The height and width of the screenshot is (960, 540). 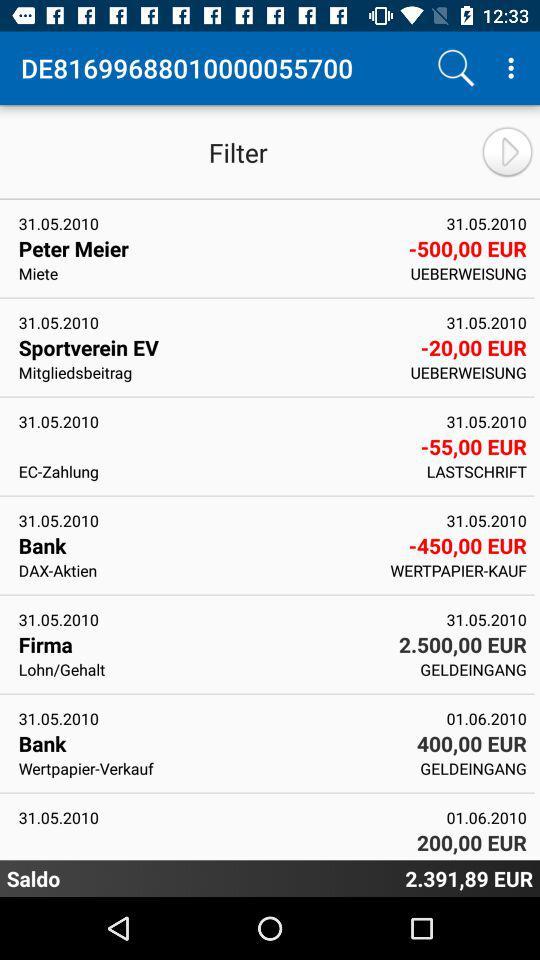 What do you see at coordinates (455, 68) in the screenshot?
I see `the icon next to the de81699688010000055700 app` at bounding box center [455, 68].